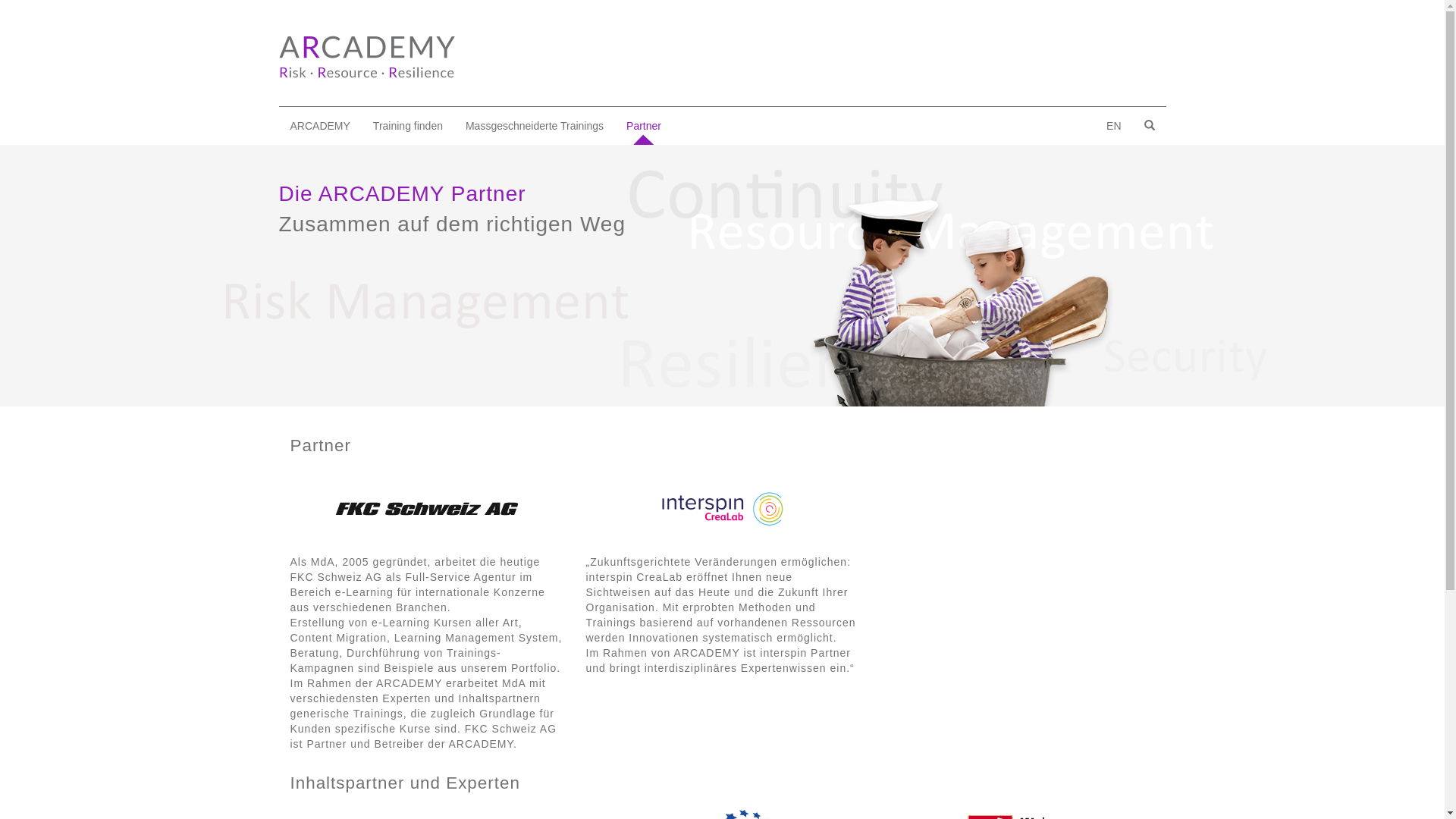  What do you see at coordinates (615, 124) in the screenshot?
I see `'Partner'` at bounding box center [615, 124].